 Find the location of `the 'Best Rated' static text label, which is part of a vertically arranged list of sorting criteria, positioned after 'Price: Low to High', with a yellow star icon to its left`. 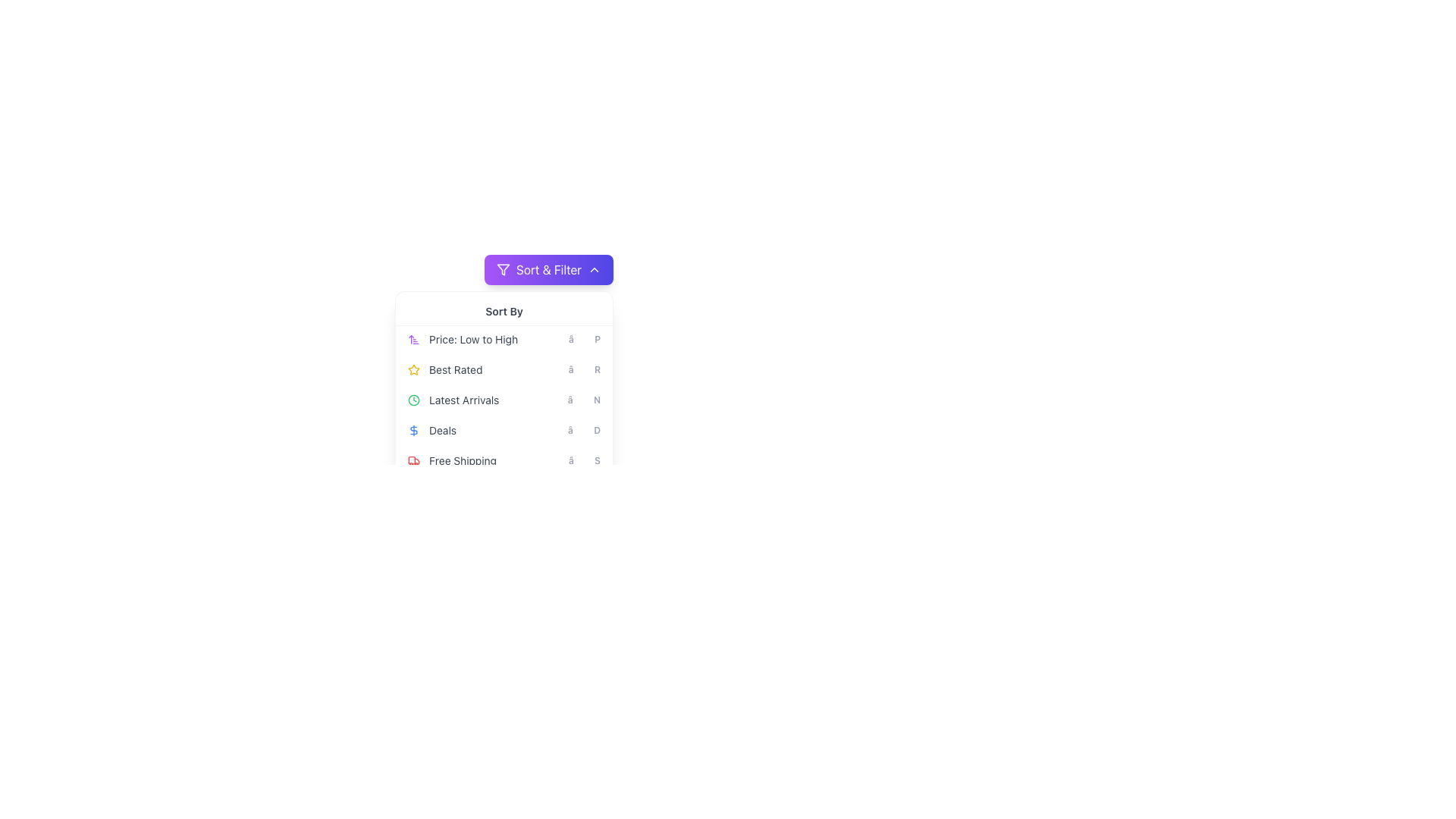

the 'Best Rated' static text label, which is part of a vertically arranged list of sorting criteria, positioned after 'Price: Low to High', with a yellow star icon to its left is located at coordinates (455, 370).